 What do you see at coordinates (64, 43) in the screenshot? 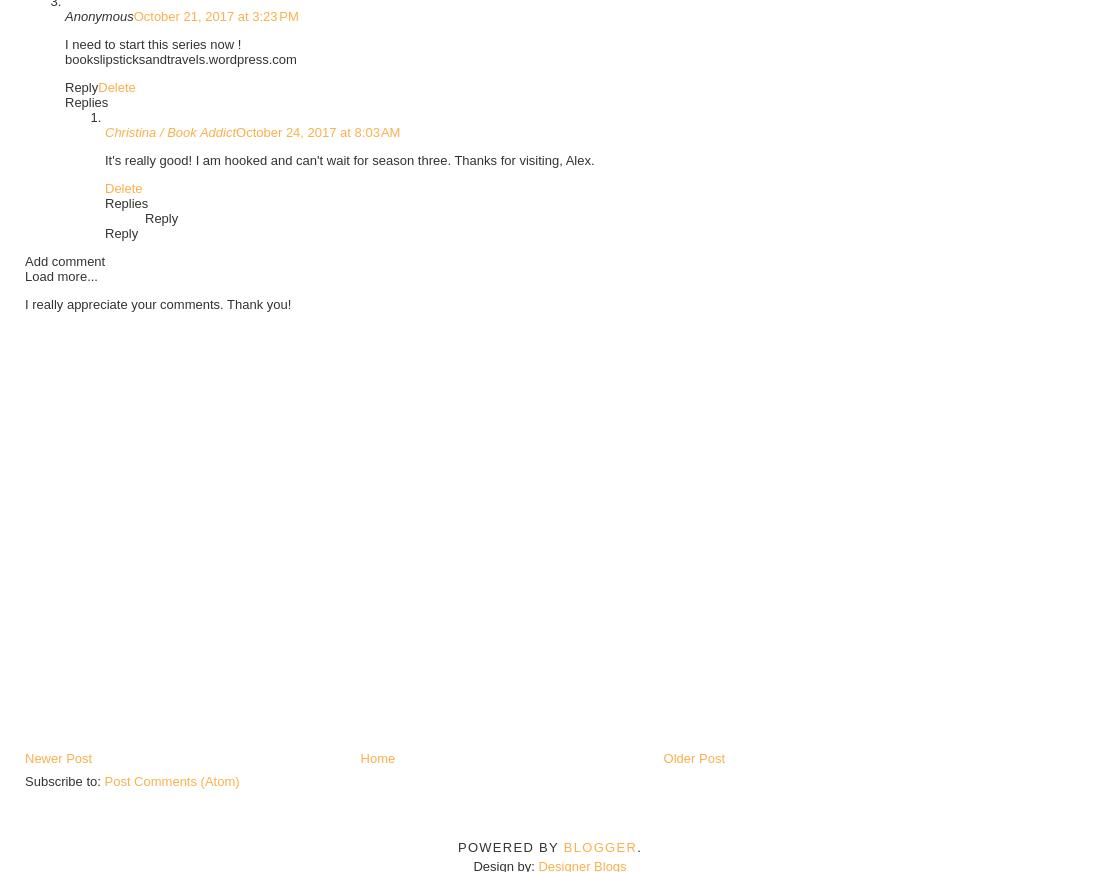
I see `'I need to start this series now !'` at bounding box center [64, 43].